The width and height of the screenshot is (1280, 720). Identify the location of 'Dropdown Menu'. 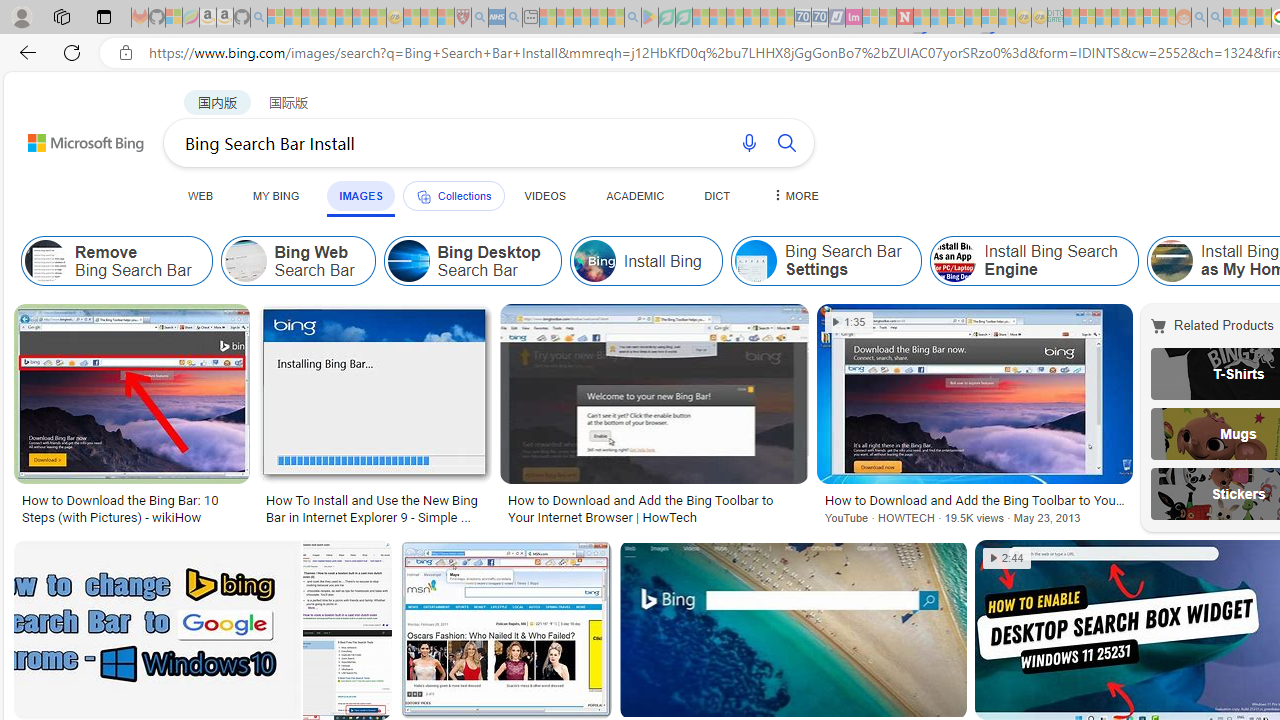
(792, 195).